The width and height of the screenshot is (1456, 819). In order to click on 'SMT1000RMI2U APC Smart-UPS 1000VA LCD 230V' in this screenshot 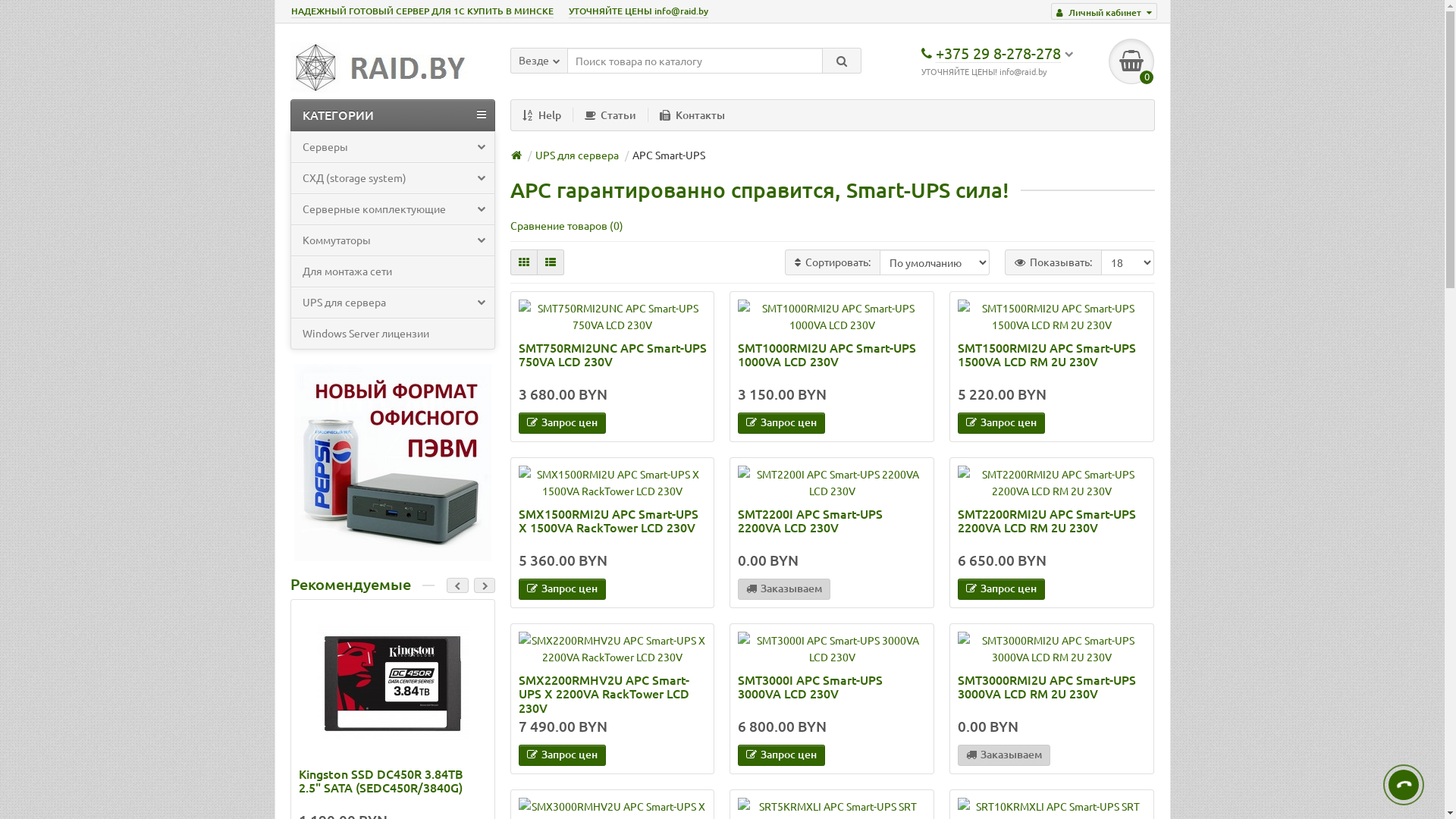, I will do `click(831, 361)`.